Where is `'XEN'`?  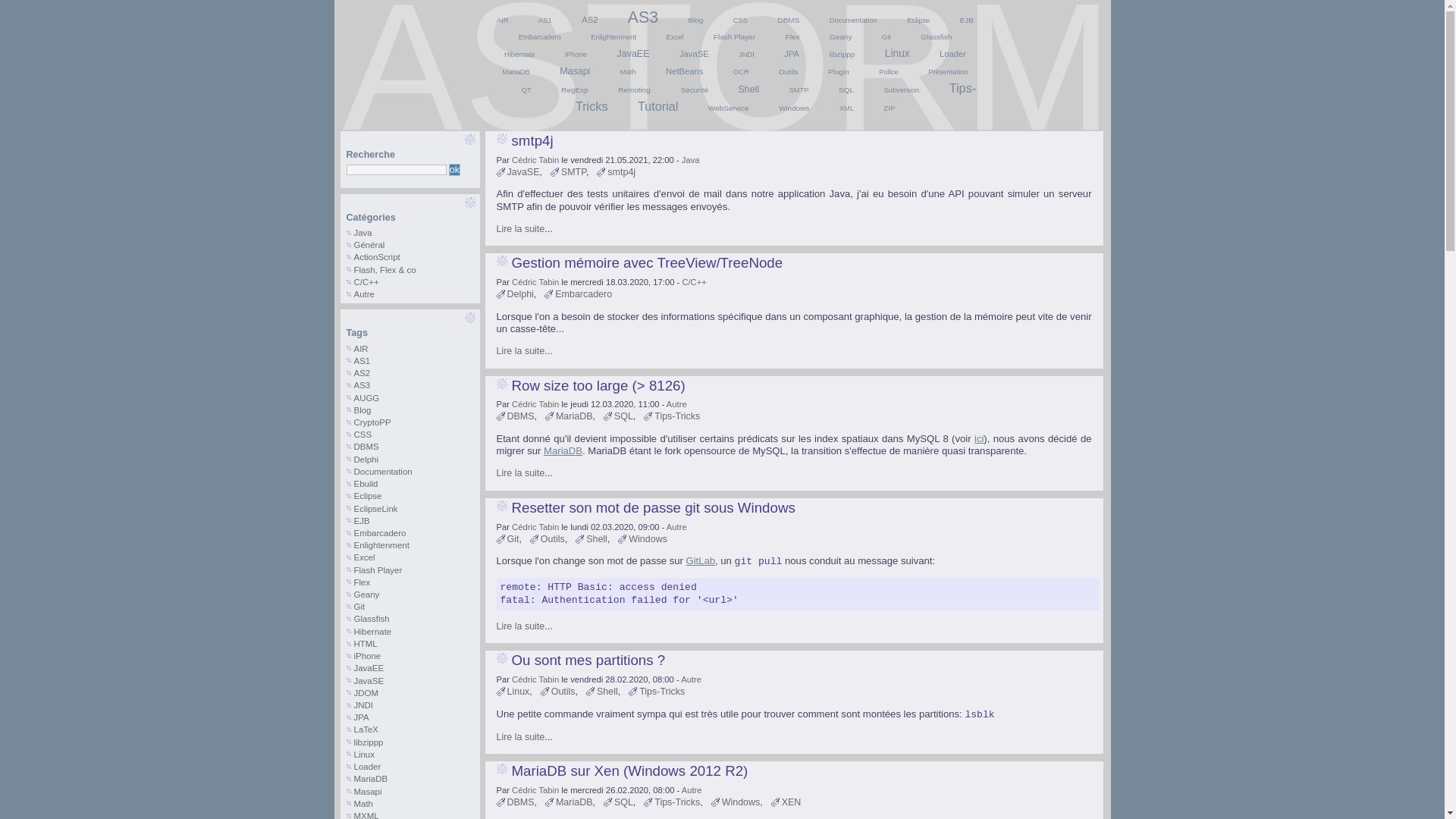 'XEN' is located at coordinates (790, 801).